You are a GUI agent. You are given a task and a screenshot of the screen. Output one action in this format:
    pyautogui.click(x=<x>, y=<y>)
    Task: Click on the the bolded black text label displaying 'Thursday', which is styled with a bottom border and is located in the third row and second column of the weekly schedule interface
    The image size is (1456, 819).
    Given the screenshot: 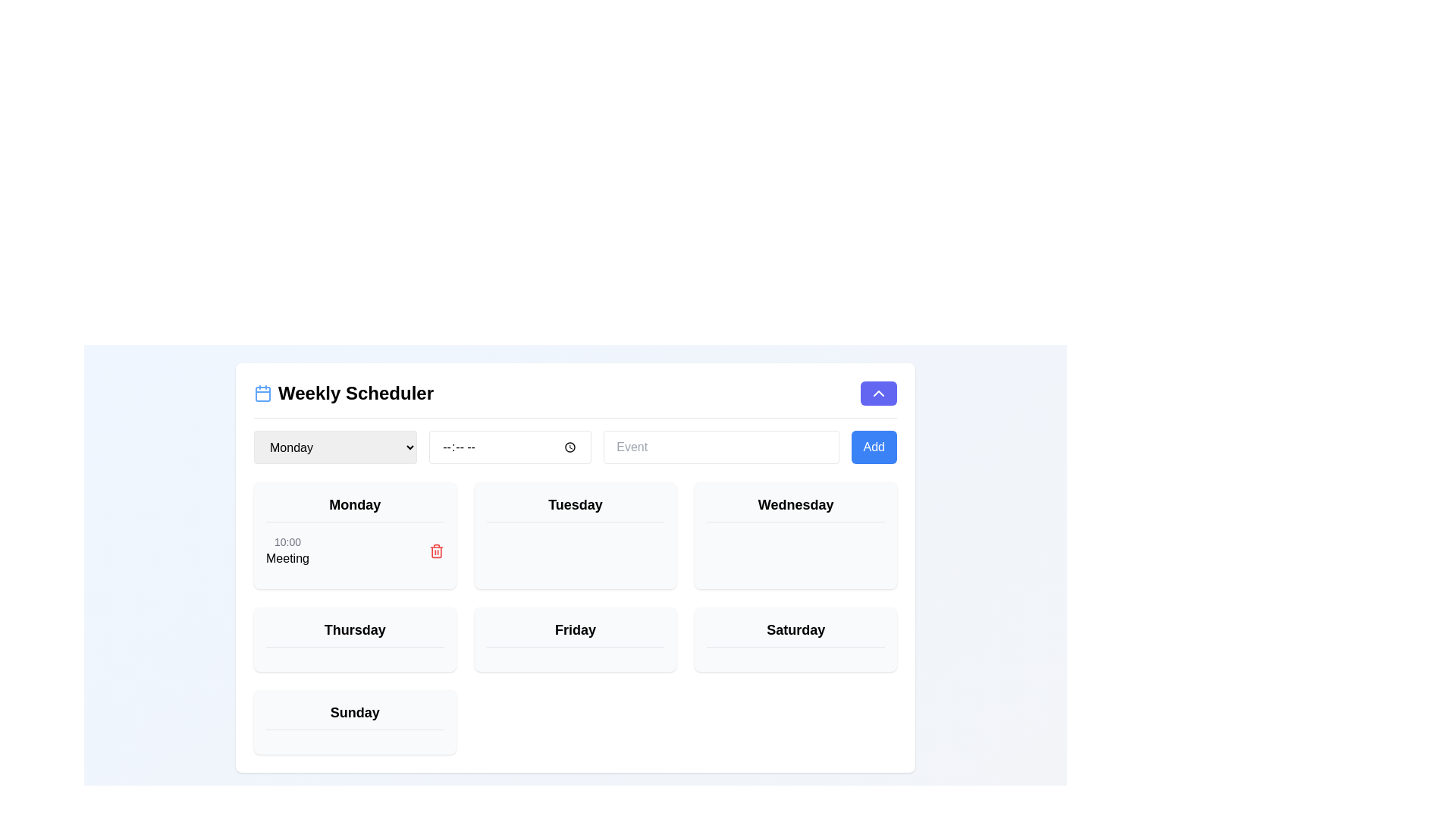 What is the action you would take?
    pyautogui.click(x=354, y=633)
    